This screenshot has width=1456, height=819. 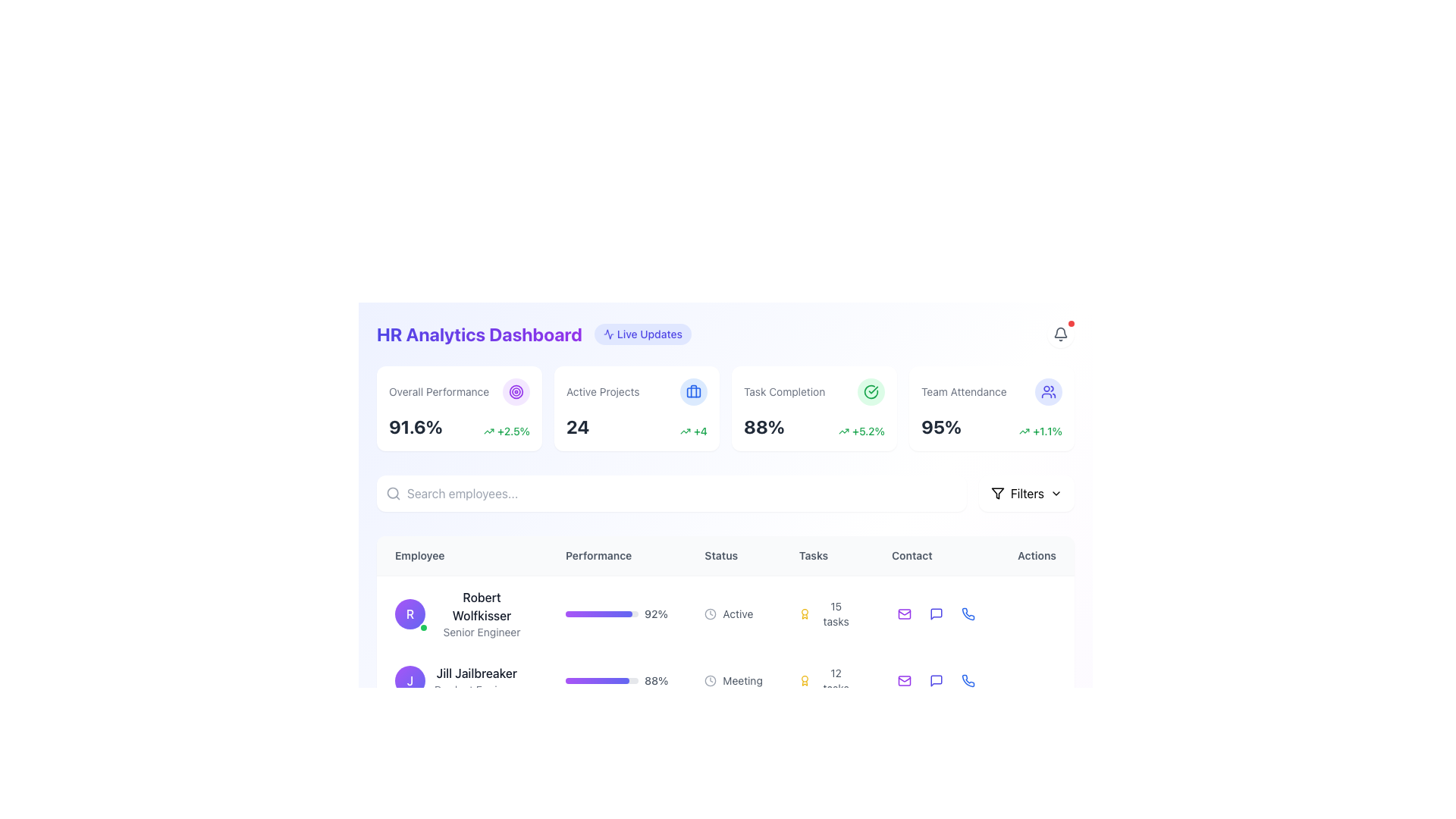 What do you see at coordinates (516, 391) in the screenshot?
I see `the graphical indicator located to the right of the 'Overall Performance' label in the top section of the interface` at bounding box center [516, 391].